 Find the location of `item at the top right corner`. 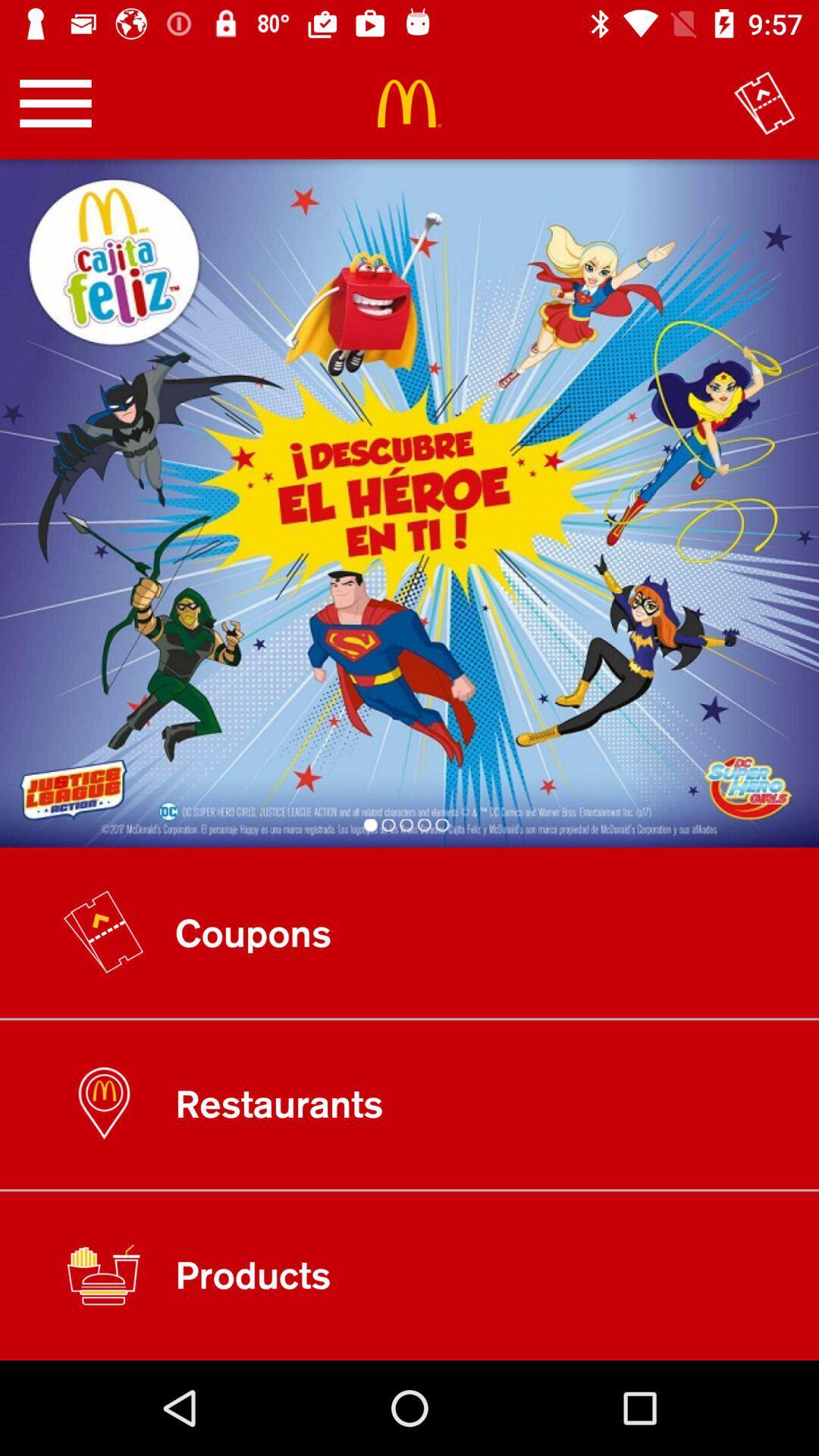

item at the top right corner is located at coordinates (764, 102).